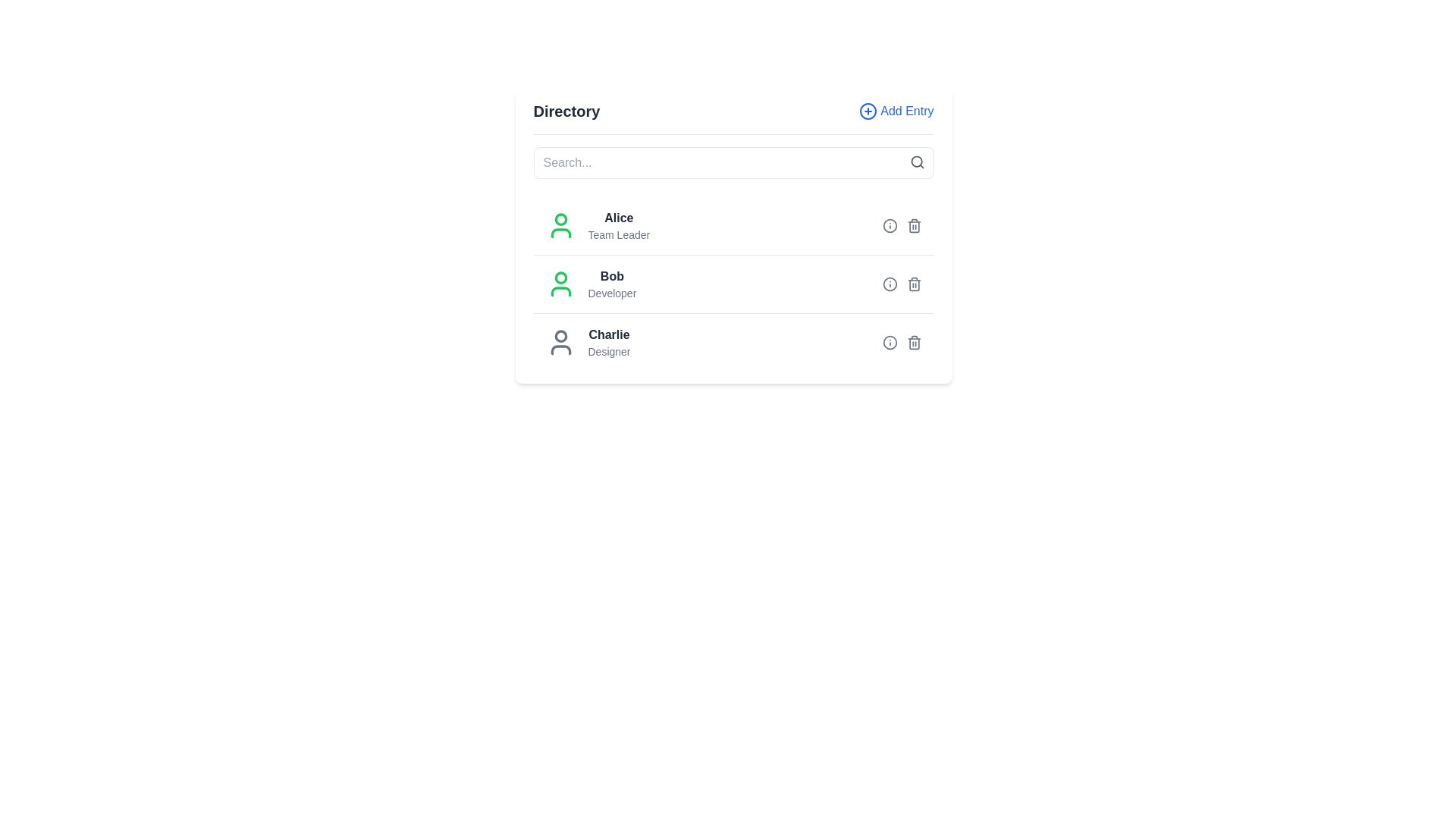  I want to click on the text element displaying 'Charlie' in bold dark gray, located in the bottom-most entry of the vertical list within the 'Directory' card, positioned above the text 'Designer.', so click(609, 334).